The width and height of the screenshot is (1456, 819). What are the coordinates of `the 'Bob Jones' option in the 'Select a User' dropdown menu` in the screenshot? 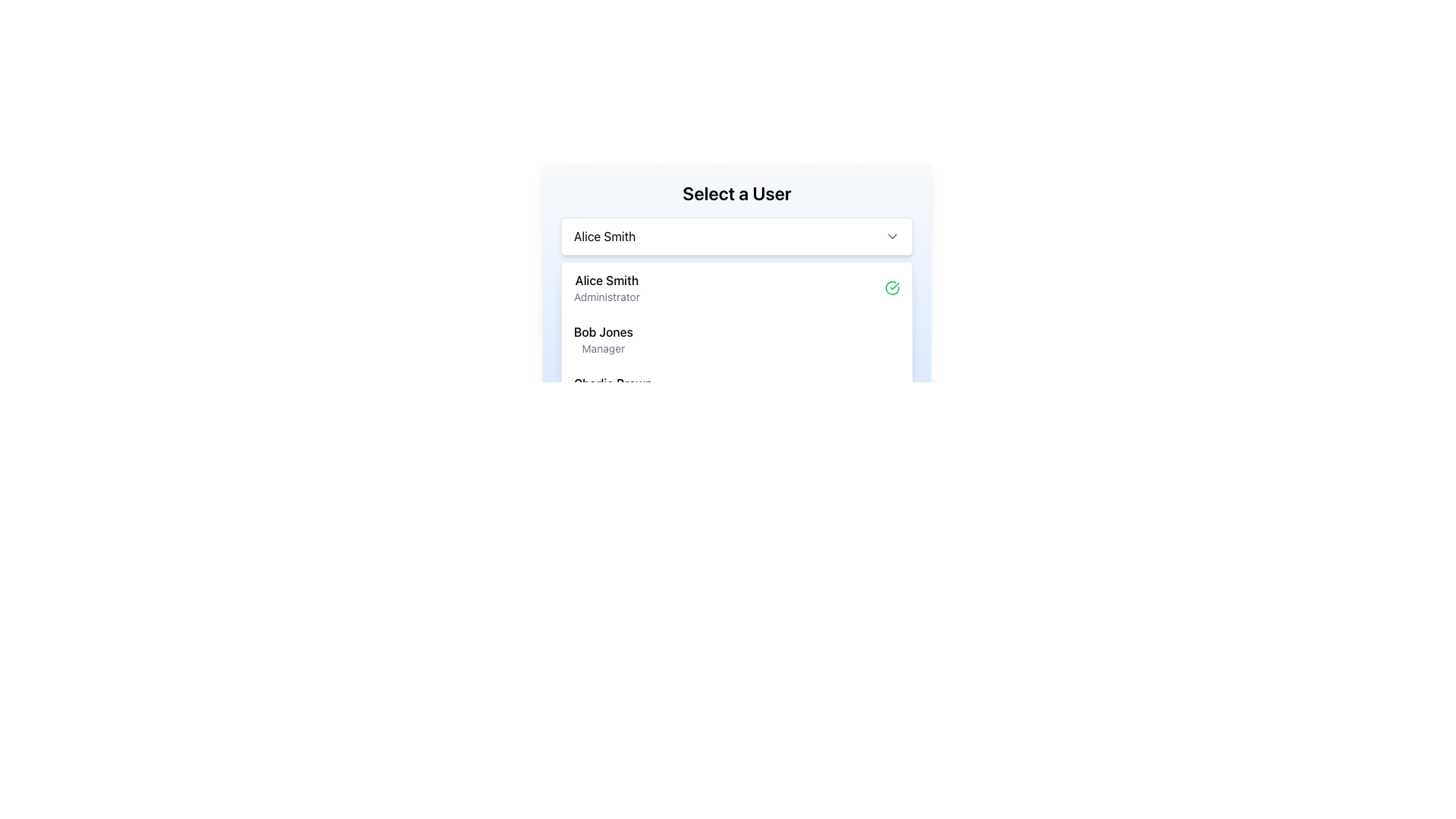 It's located at (736, 338).